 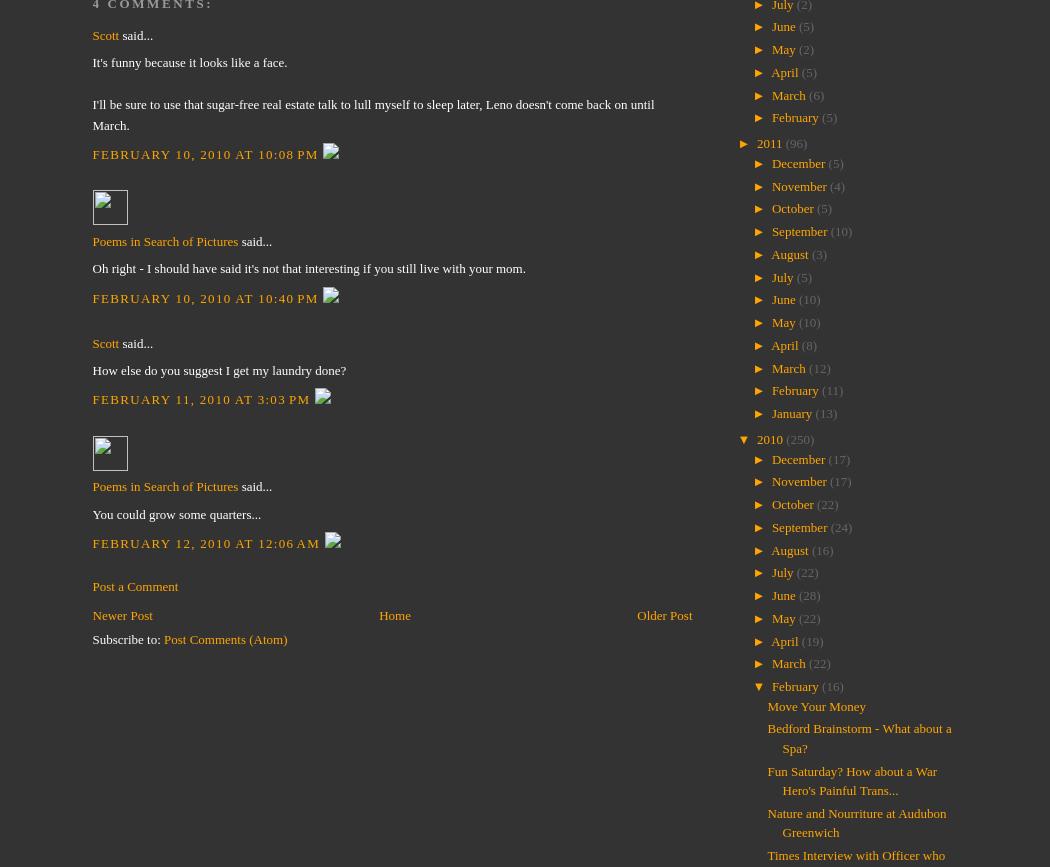 I want to click on '(250)', so click(x=798, y=438).